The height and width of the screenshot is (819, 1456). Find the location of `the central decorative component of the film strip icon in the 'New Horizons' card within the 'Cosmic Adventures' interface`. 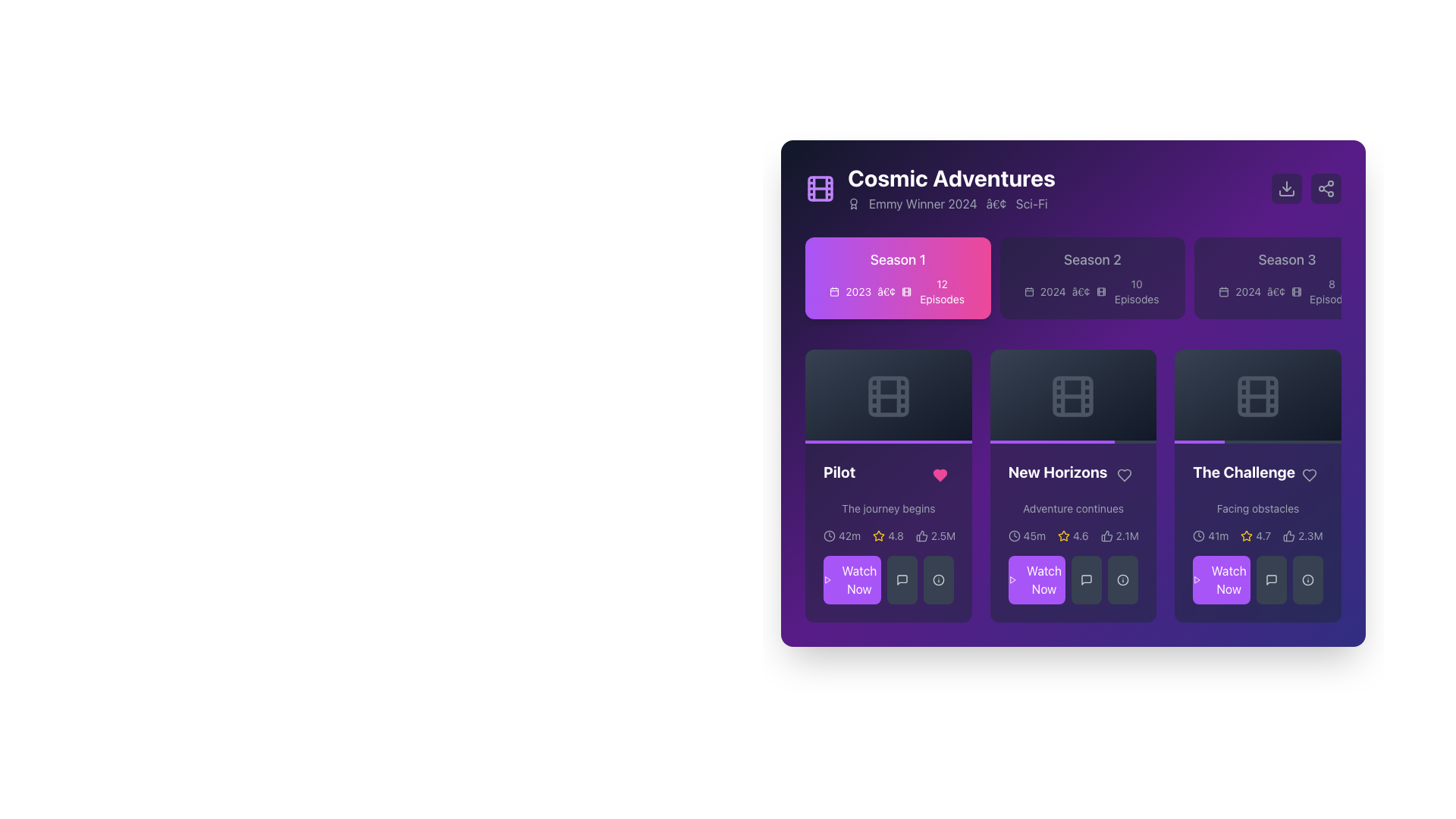

the central decorative component of the film strip icon in the 'New Horizons' card within the 'Cosmic Adventures' interface is located at coordinates (1072, 395).